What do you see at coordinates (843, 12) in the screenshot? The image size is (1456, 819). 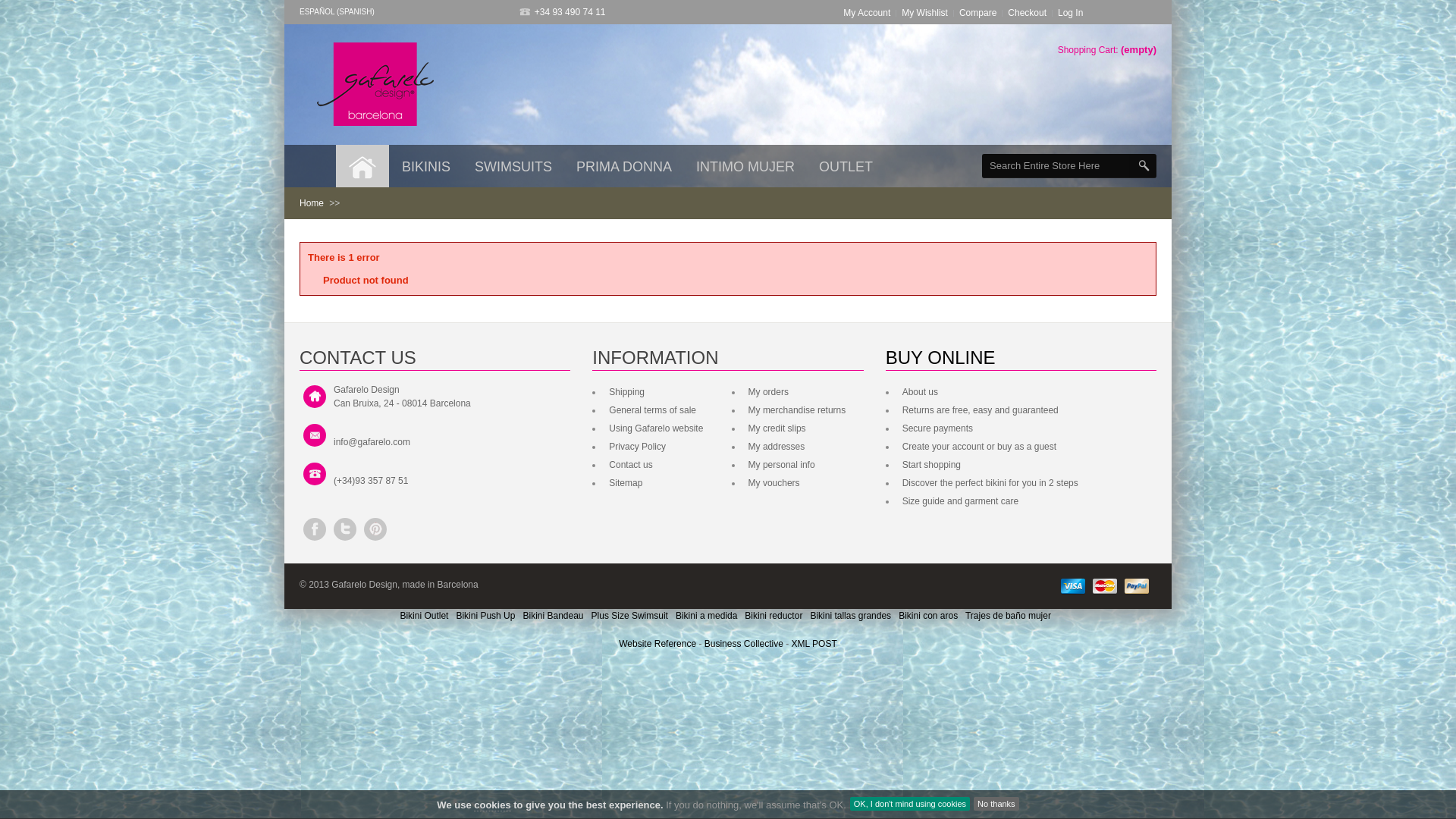 I see `'My Account'` at bounding box center [843, 12].